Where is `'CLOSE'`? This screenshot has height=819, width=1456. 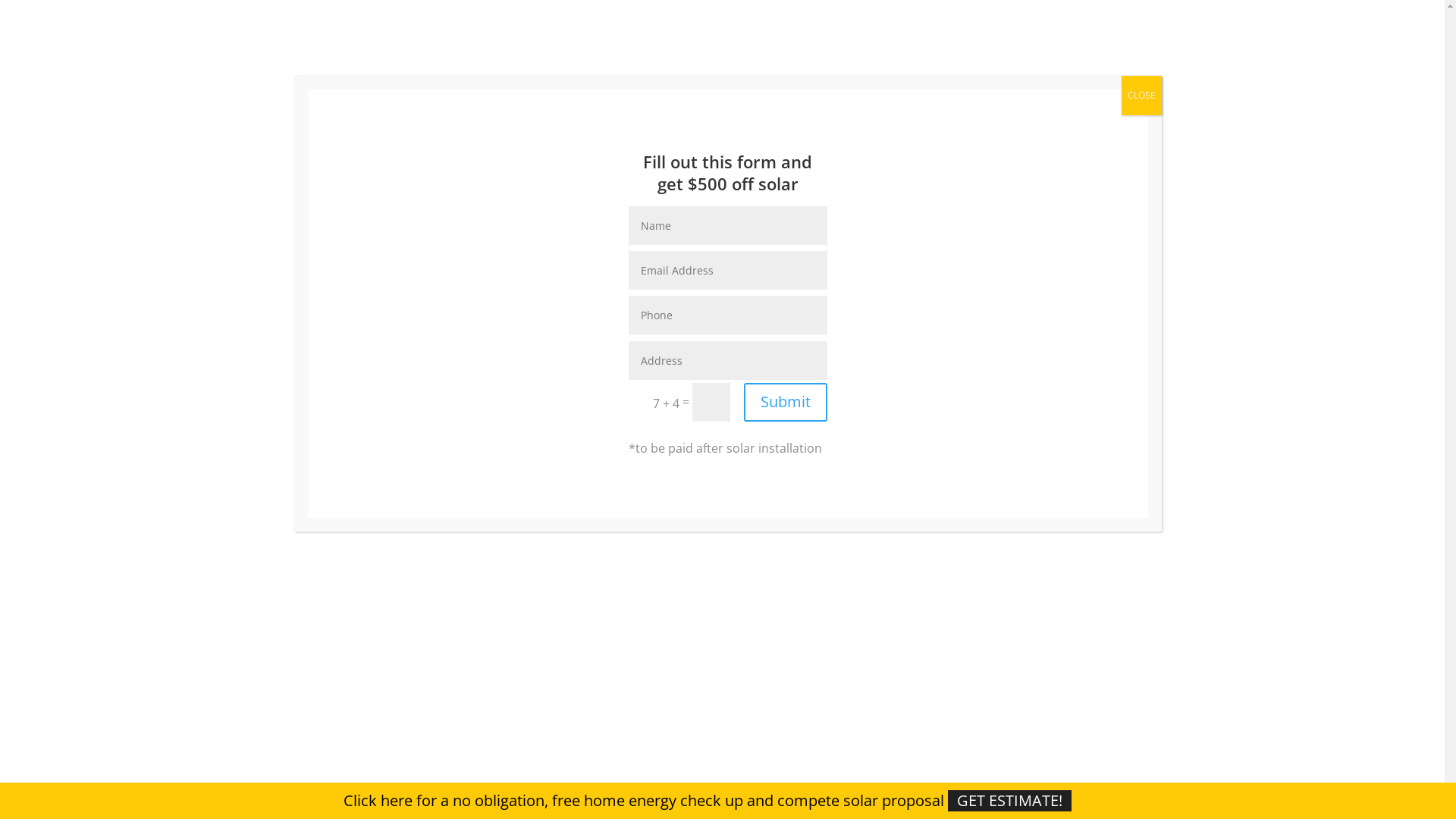 'CLOSE' is located at coordinates (1121, 96).